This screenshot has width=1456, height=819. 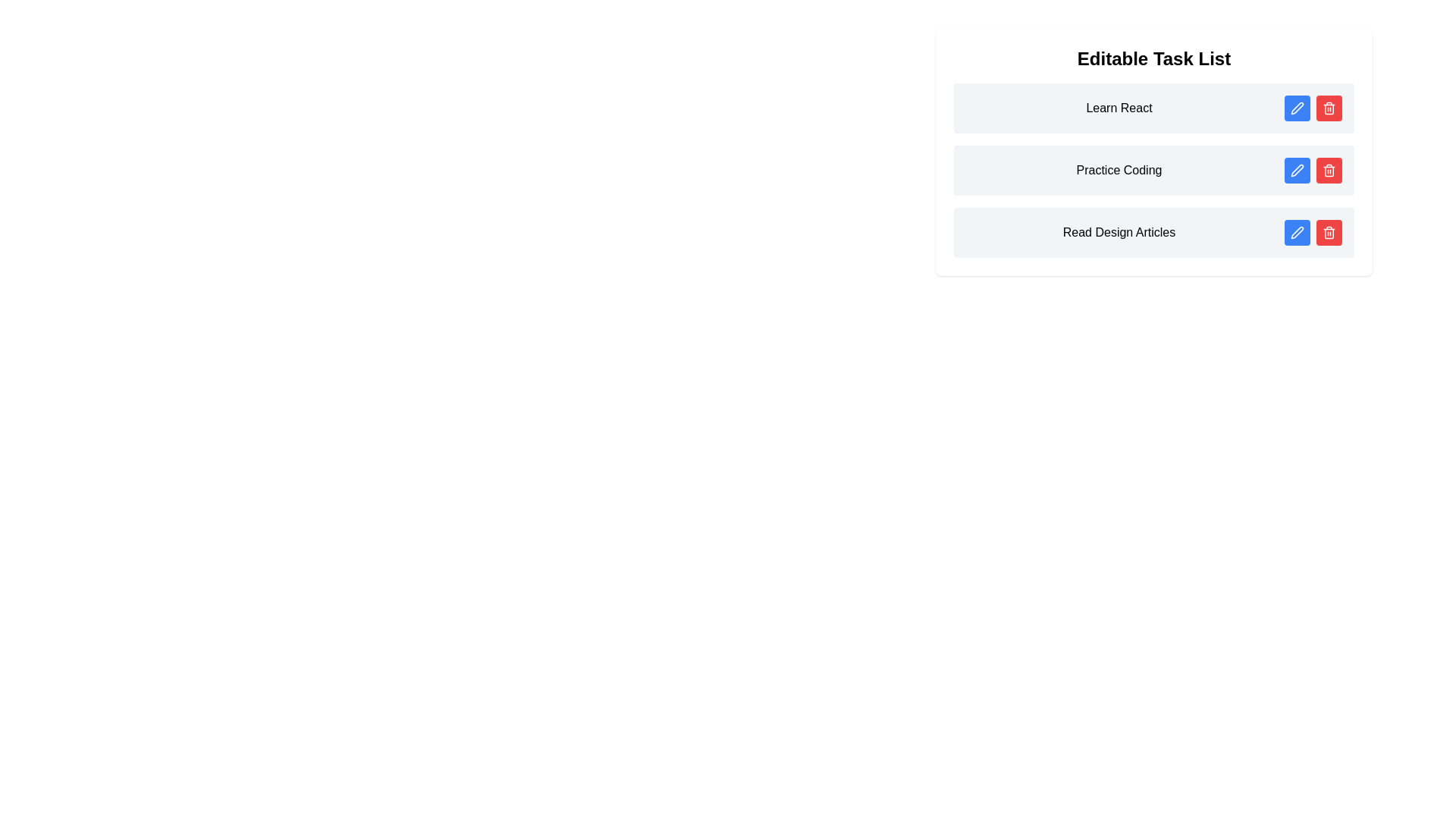 What do you see at coordinates (1313, 107) in the screenshot?
I see `the red button with a trash bin icon` at bounding box center [1313, 107].